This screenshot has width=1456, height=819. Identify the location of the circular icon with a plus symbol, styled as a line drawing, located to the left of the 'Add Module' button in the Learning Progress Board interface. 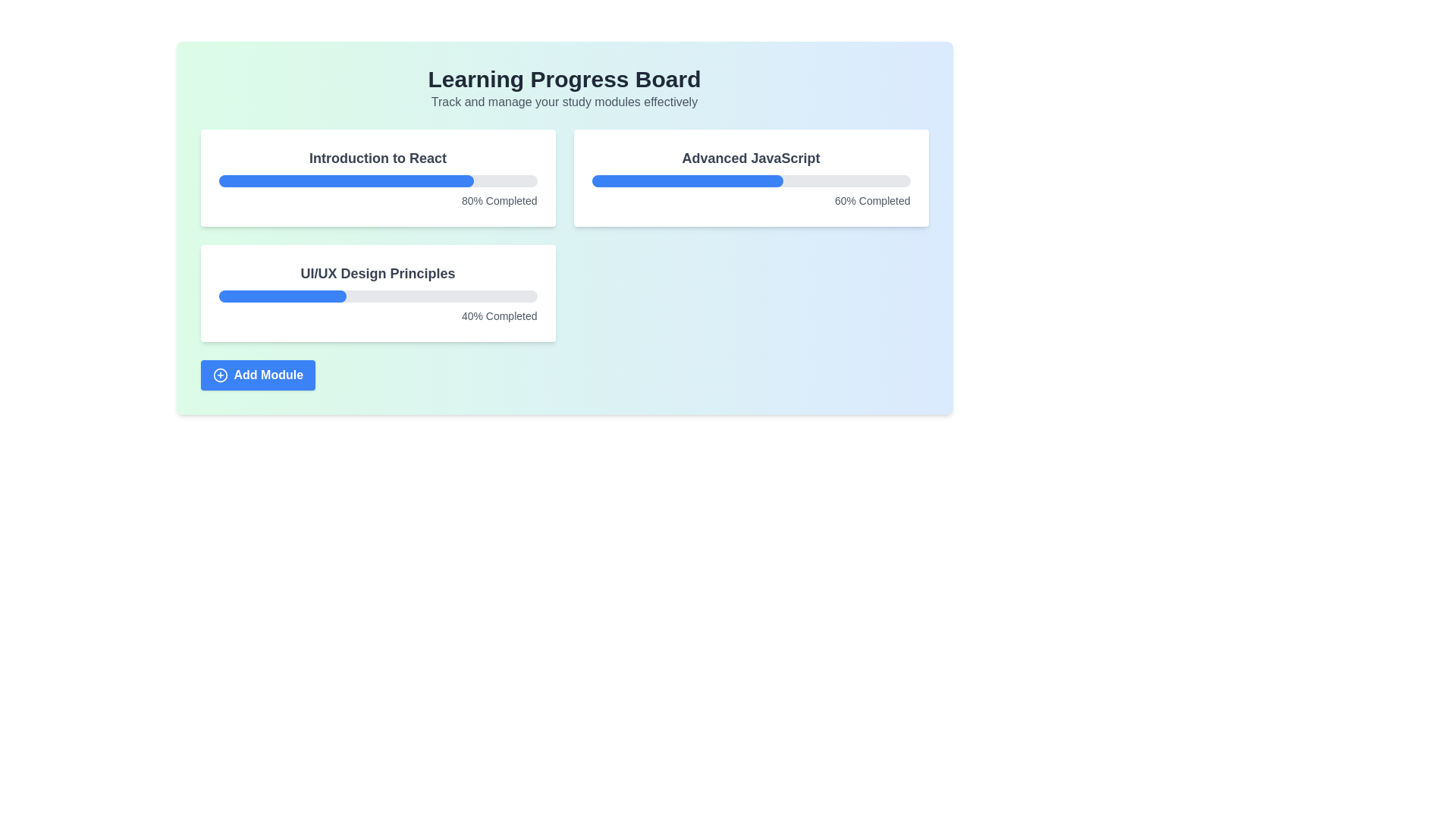
(219, 375).